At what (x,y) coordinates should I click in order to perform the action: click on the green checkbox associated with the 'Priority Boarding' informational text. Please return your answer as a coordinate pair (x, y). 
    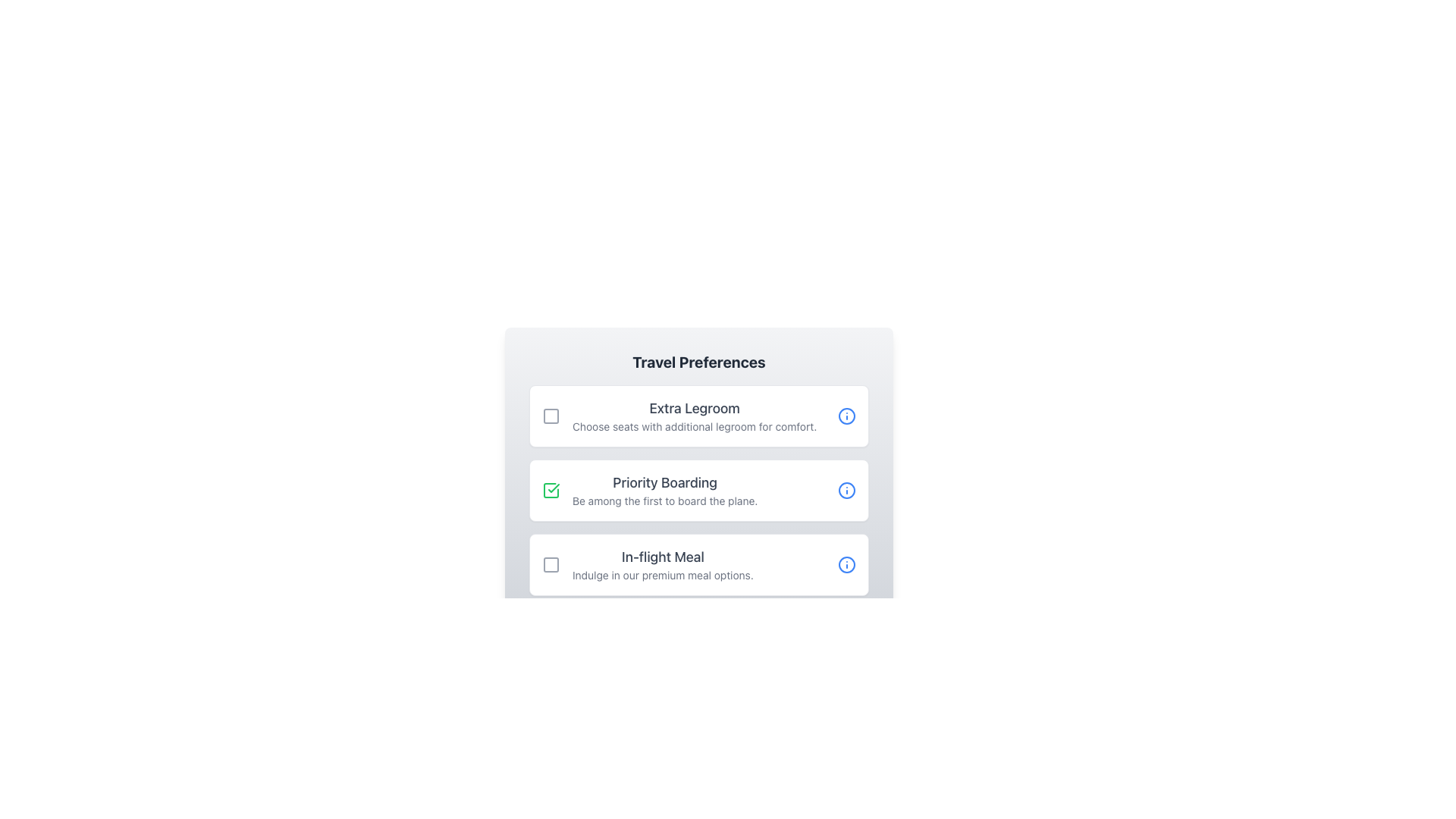
    Looking at the image, I should click on (650, 491).